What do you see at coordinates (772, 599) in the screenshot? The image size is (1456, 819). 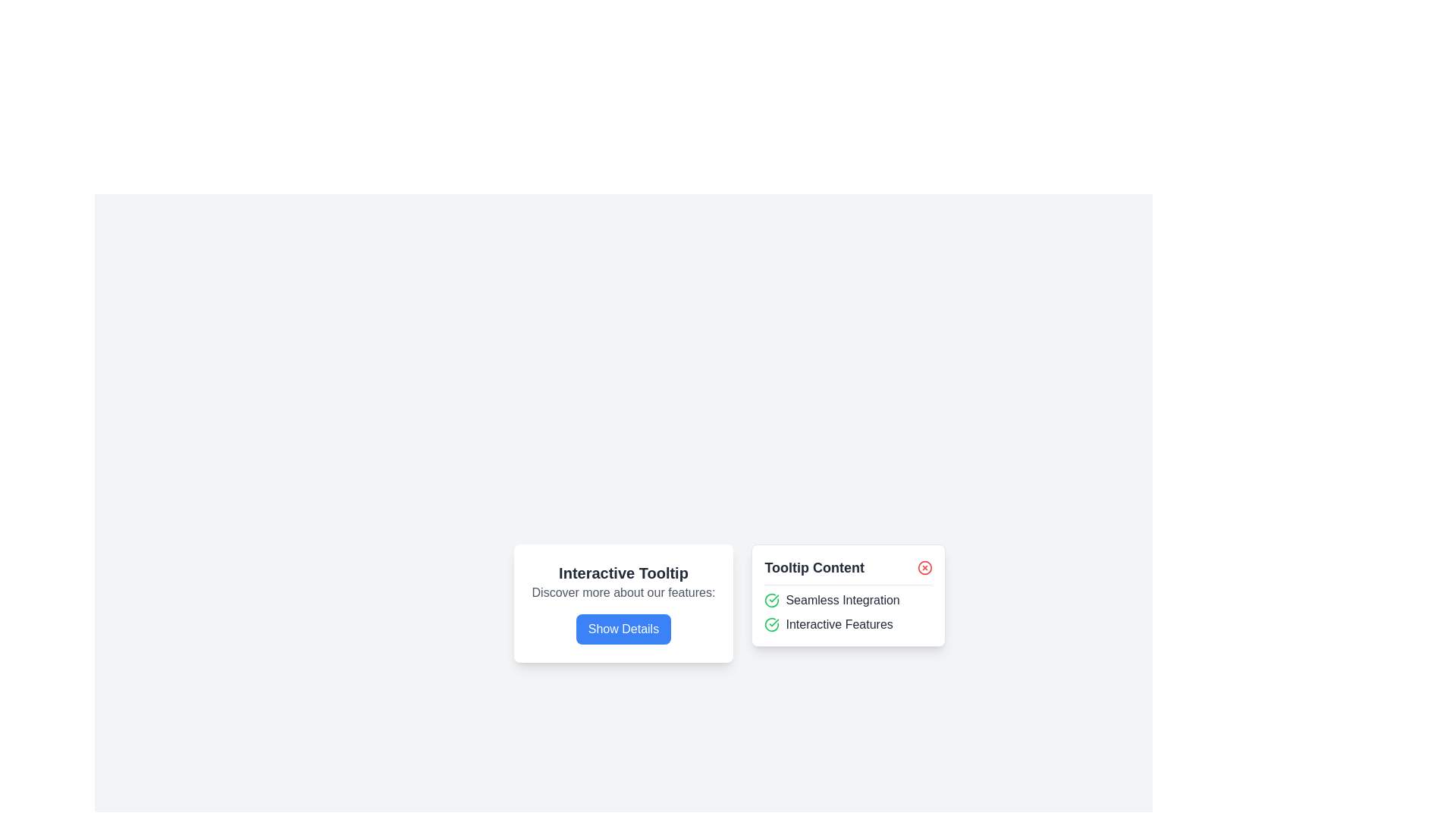 I see `the circular checkmark icon with a green outline, located to the left of the text 'Seamless Integration' in the tooltip content box` at bounding box center [772, 599].